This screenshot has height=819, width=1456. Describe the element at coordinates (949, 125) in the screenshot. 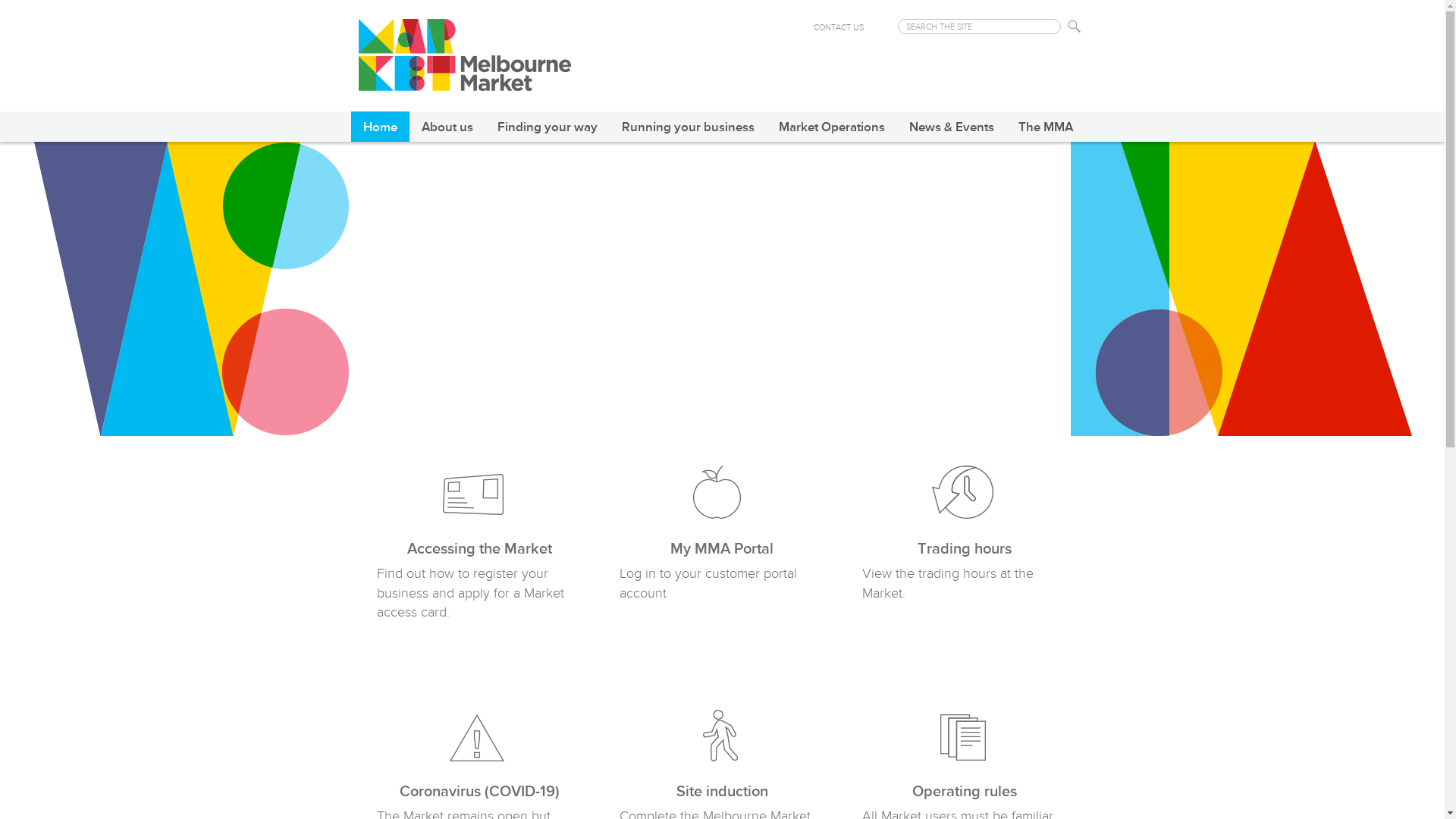

I see `'News & Events'` at that location.